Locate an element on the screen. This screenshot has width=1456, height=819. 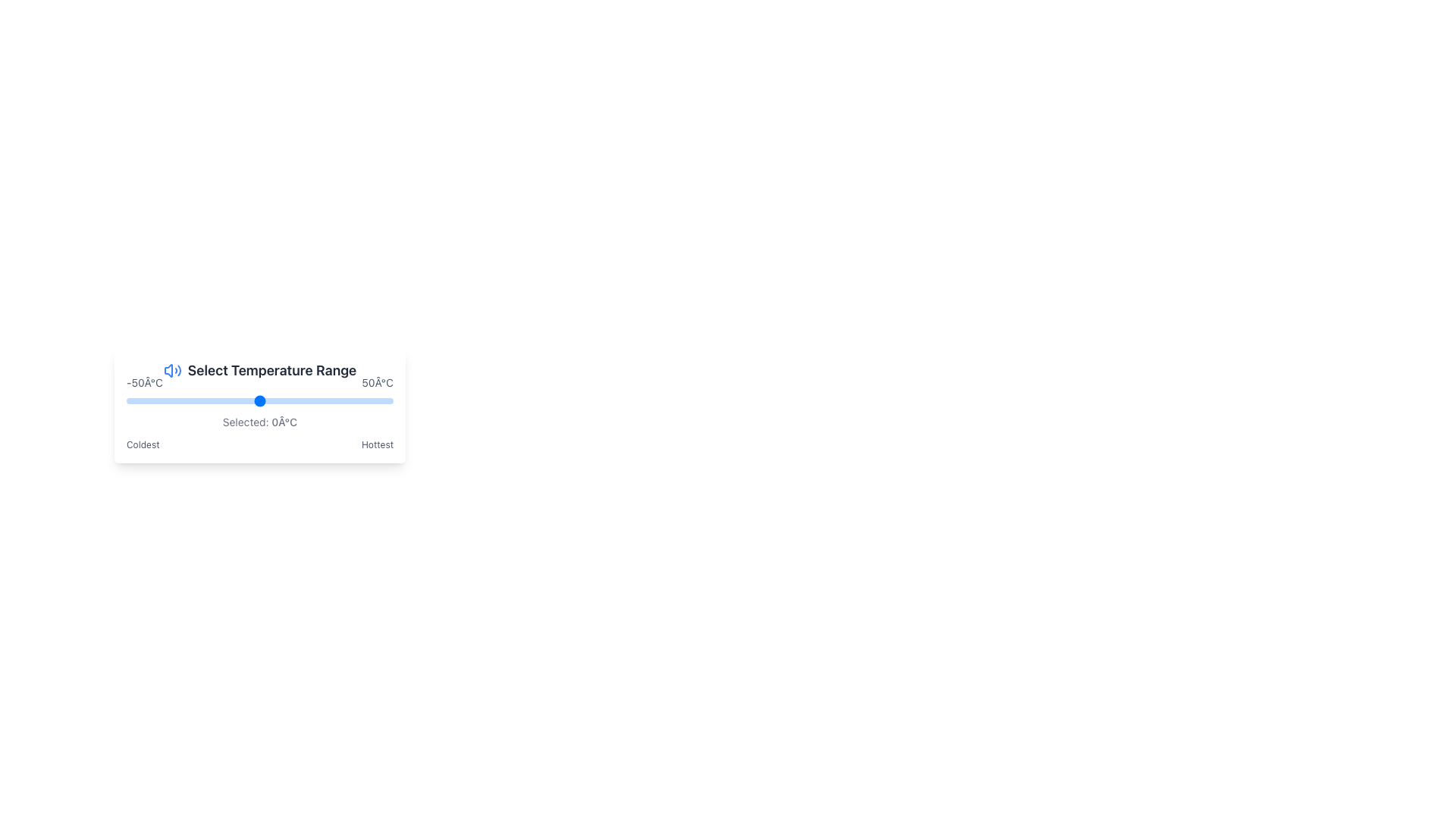
the text label displaying '0°C', which is part of the text 'Selected: 0°C' and positioned towards the right side of the enclosing text is located at coordinates (284, 422).